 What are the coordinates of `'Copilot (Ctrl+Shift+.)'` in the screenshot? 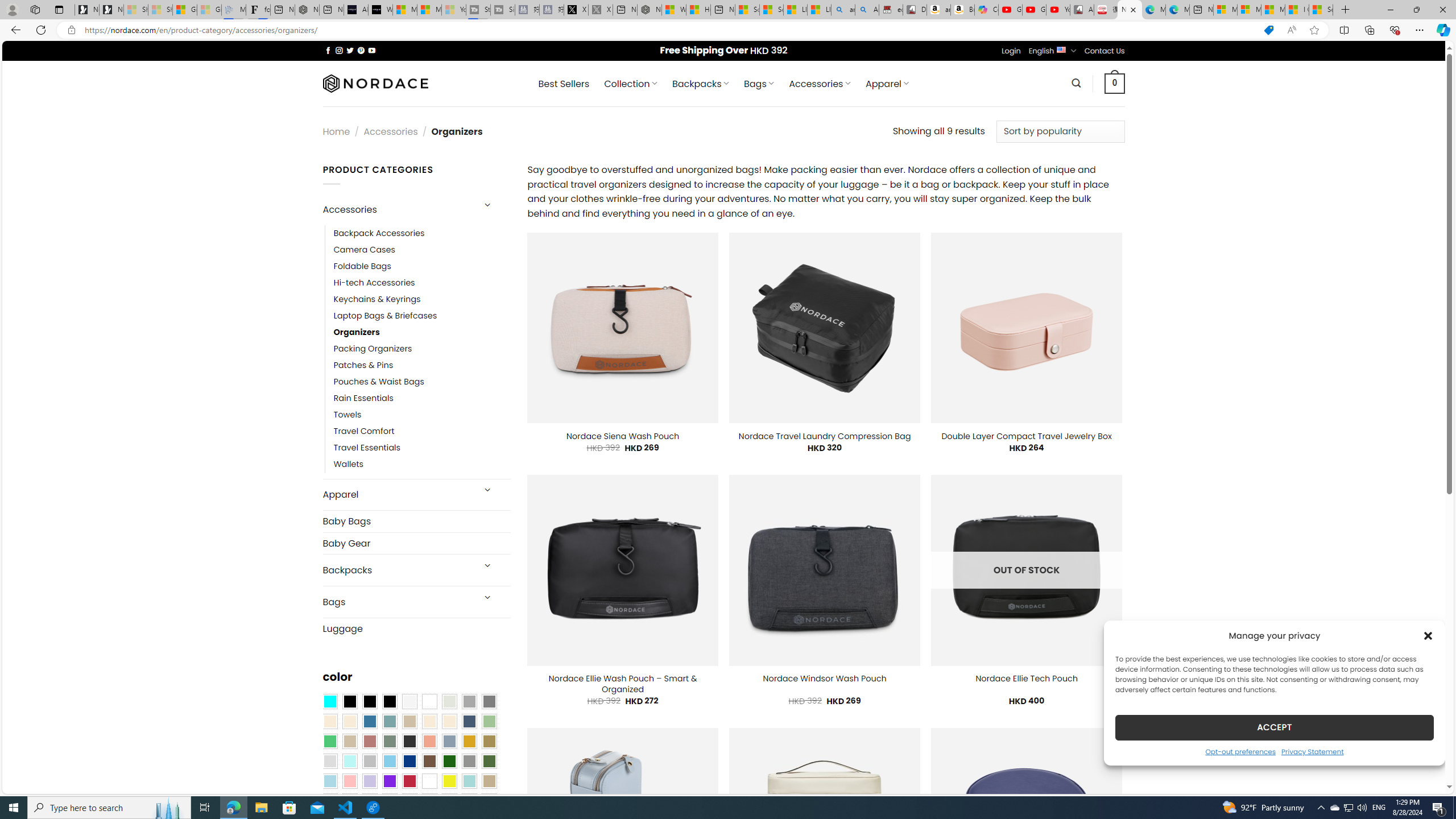 It's located at (1442, 29).